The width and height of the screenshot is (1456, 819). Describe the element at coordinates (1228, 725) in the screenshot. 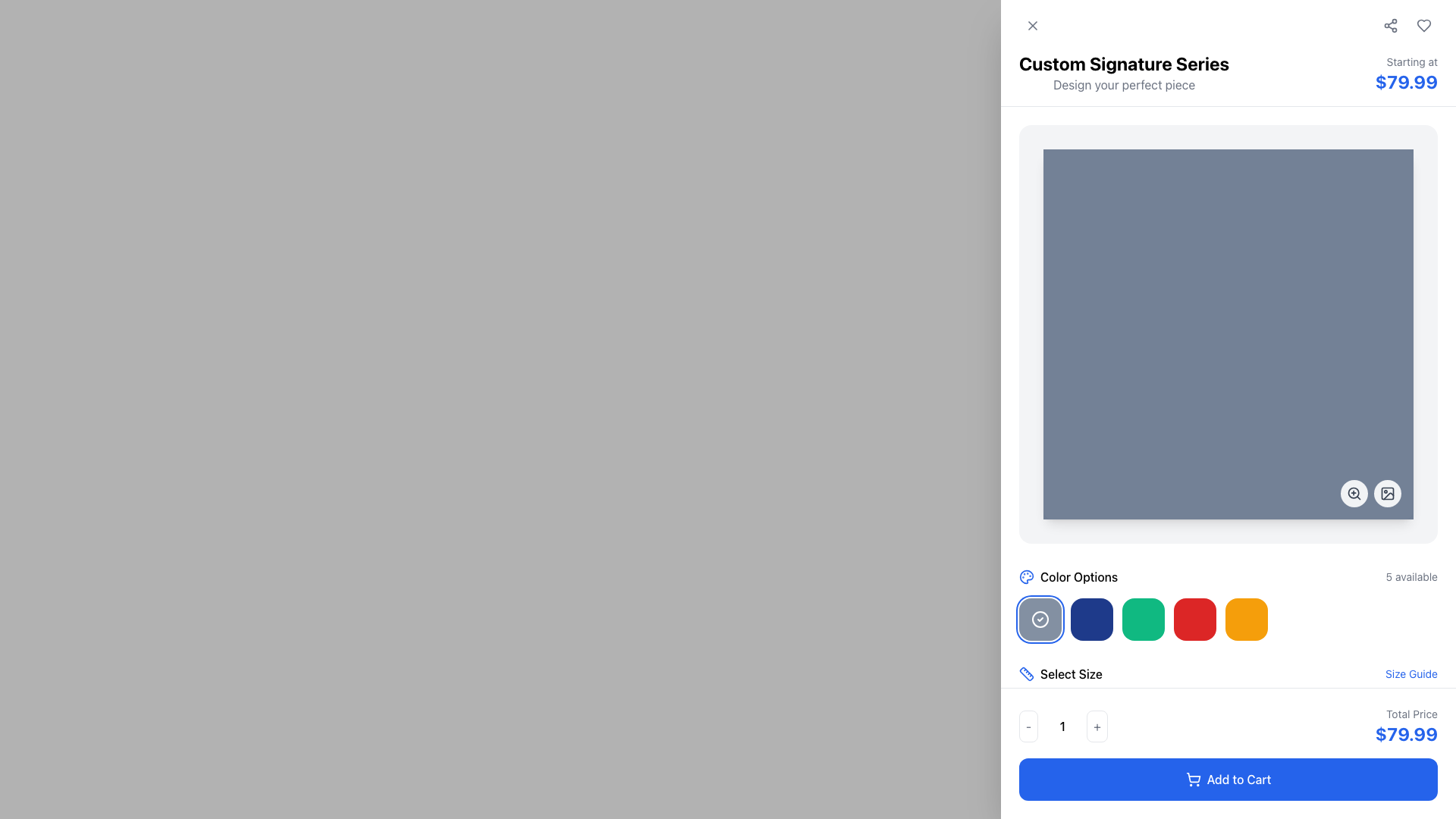

I see `the '+' button of the quantity selector located in the sticky footer section to increase the quantity` at that location.